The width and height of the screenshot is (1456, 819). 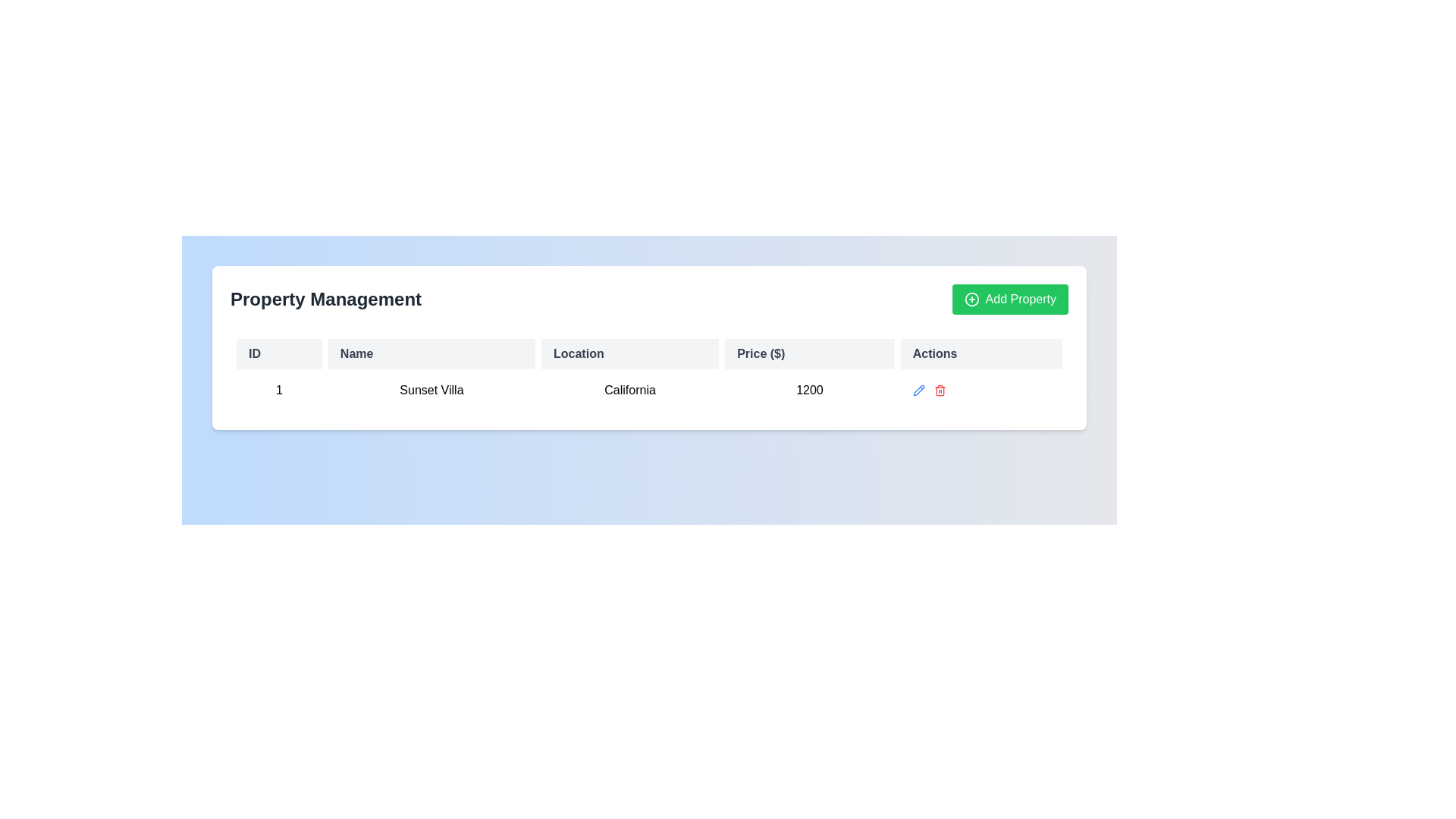 I want to click on the circular icon of the plus sign within the 'Add Property' button located at the top right corner of the 'Property Management' panel, so click(x=971, y=299).